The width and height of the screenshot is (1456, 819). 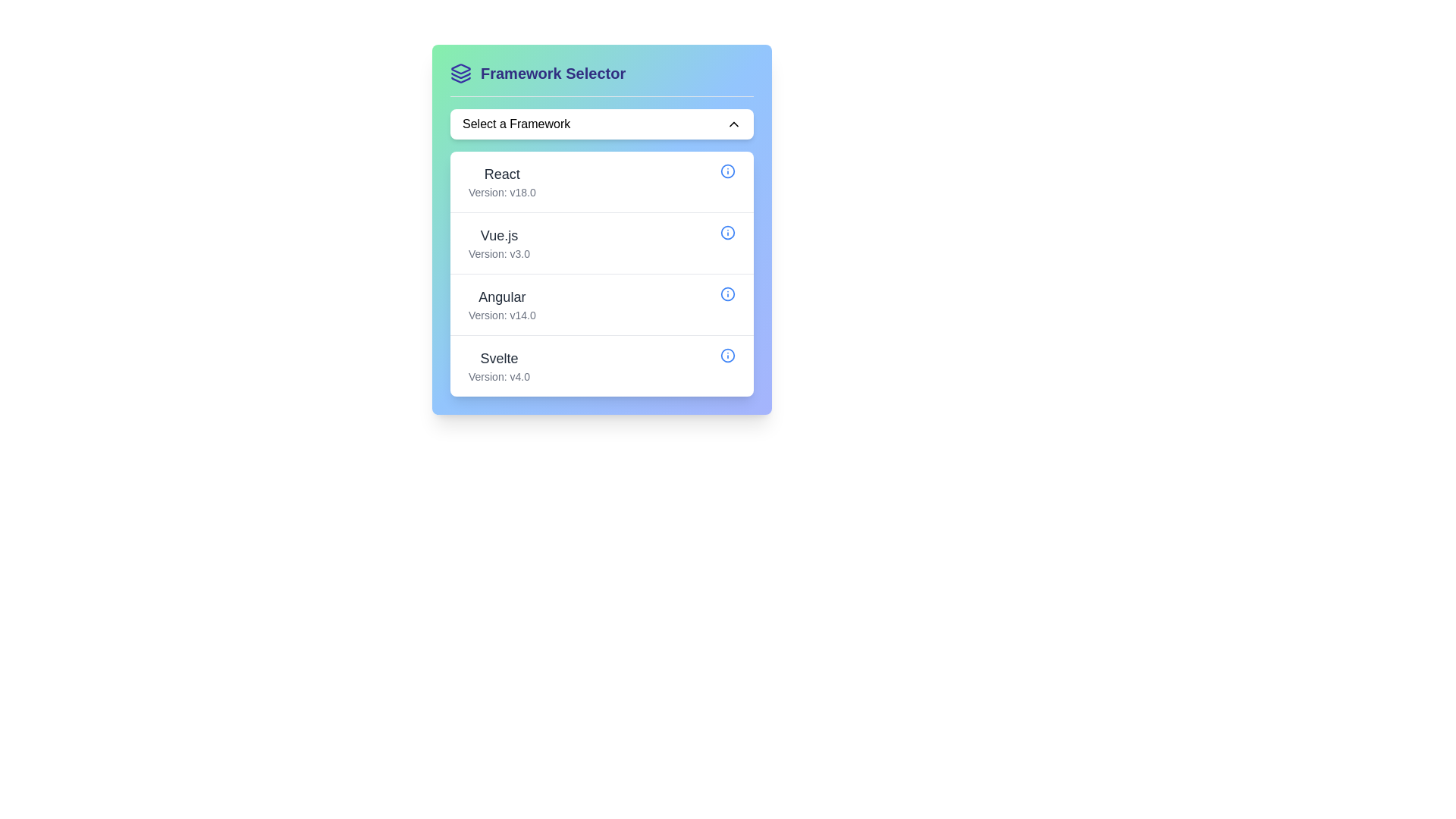 I want to click on the Text Block displaying 'Angular' in the dropdown menu titled 'Framework Selector', so click(x=502, y=304).